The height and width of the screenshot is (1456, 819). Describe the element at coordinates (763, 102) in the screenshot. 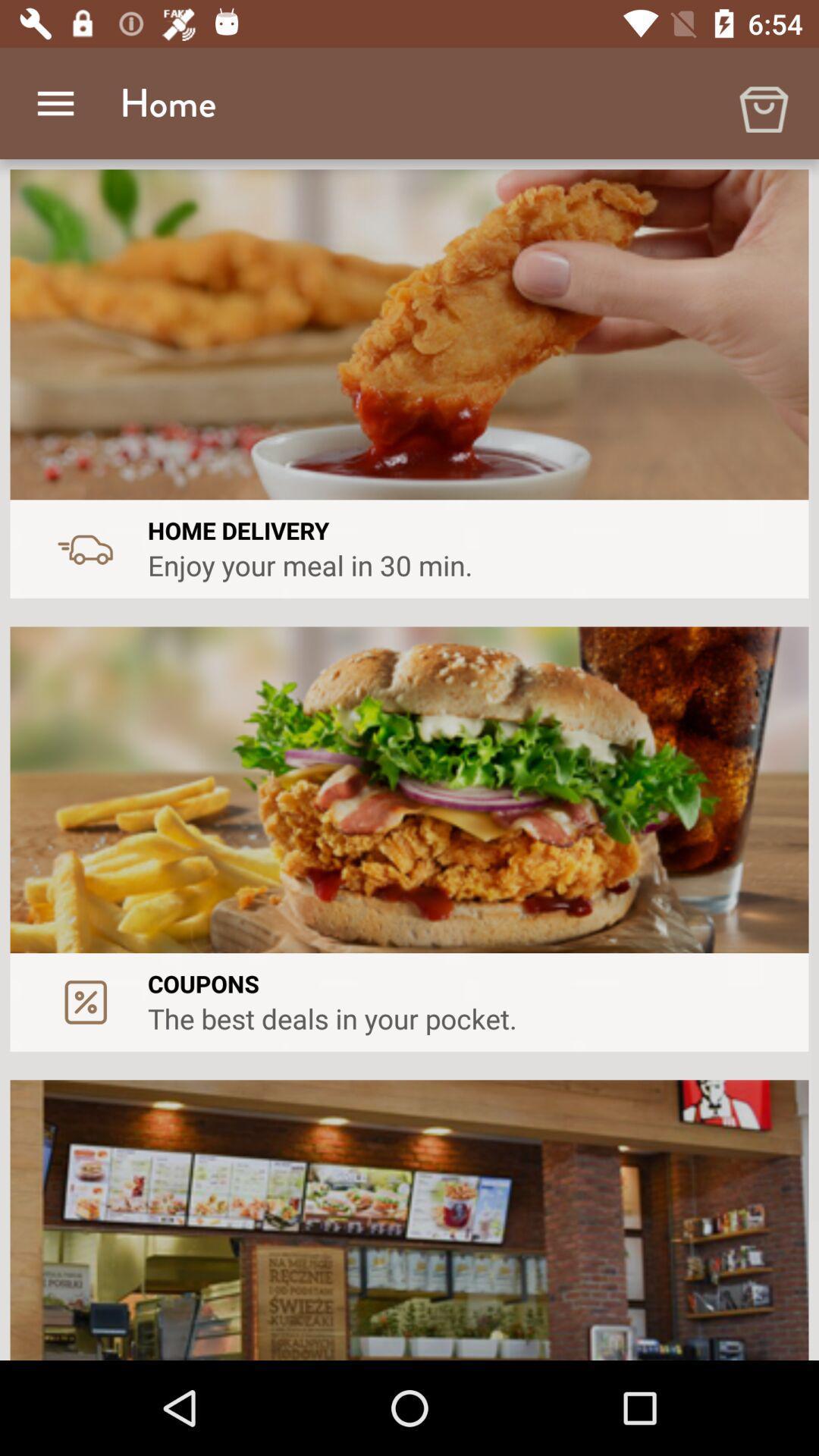

I see `item to the right of home` at that location.